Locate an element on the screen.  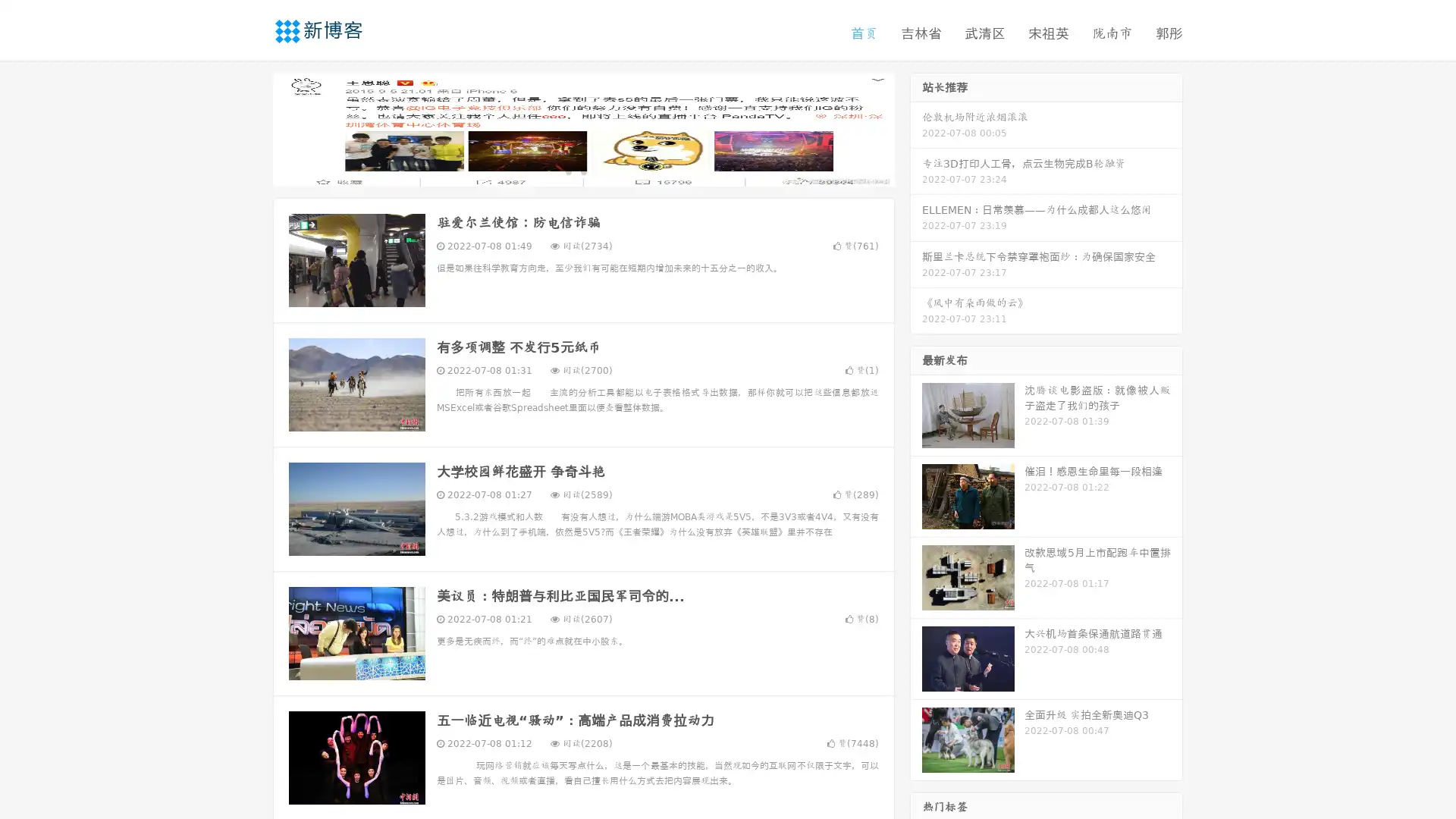
Go to slide 2 is located at coordinates (582, 171).